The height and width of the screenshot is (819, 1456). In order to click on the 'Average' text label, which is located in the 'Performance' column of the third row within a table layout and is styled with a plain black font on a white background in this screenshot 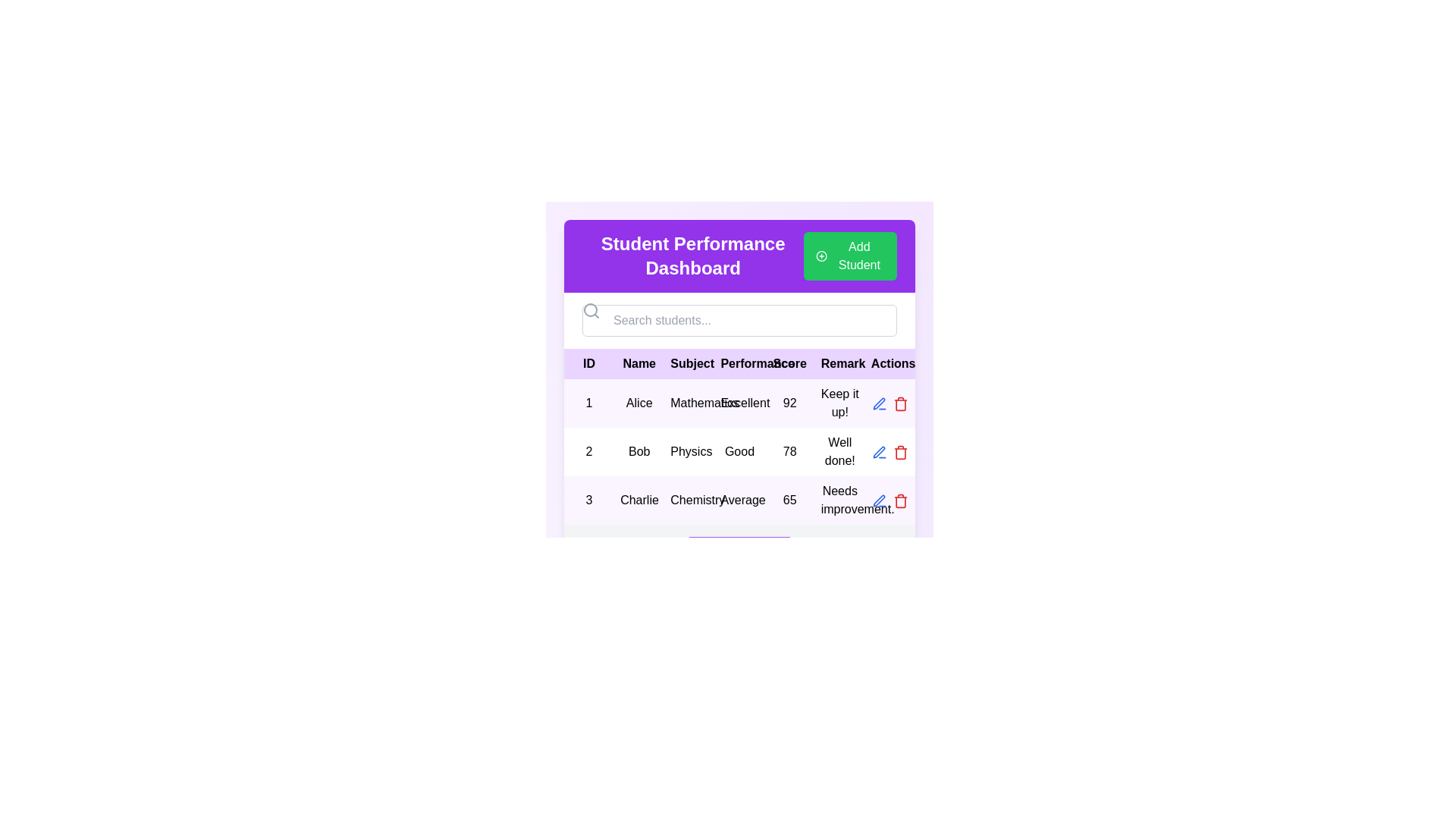, I will do `click(739, 500)`.